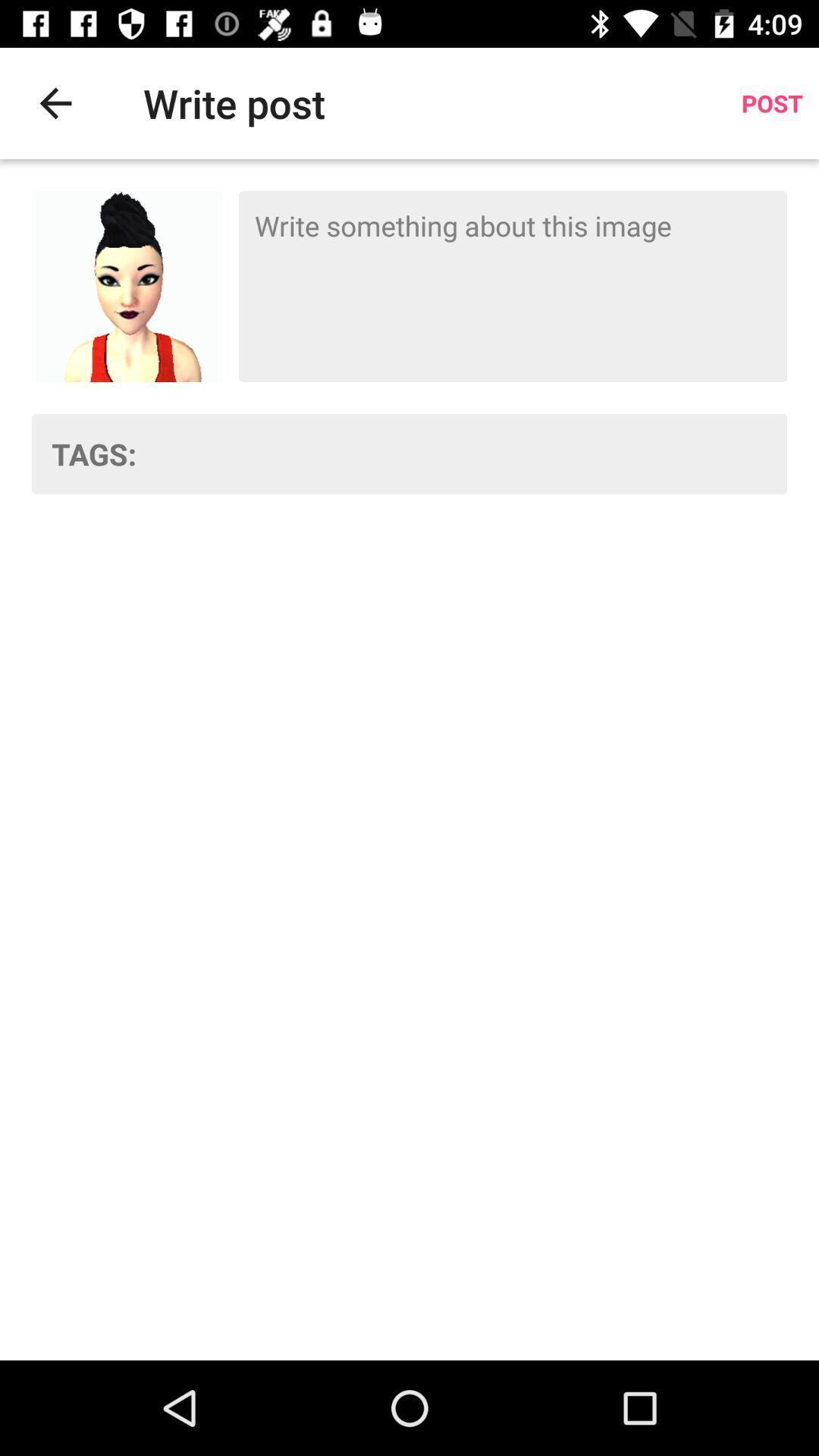 This screenshot has height=1456, width=819. What do you see at coordinates (471, 453) in the screenshot?
I see `tags row` at bounding box center [471, 453].